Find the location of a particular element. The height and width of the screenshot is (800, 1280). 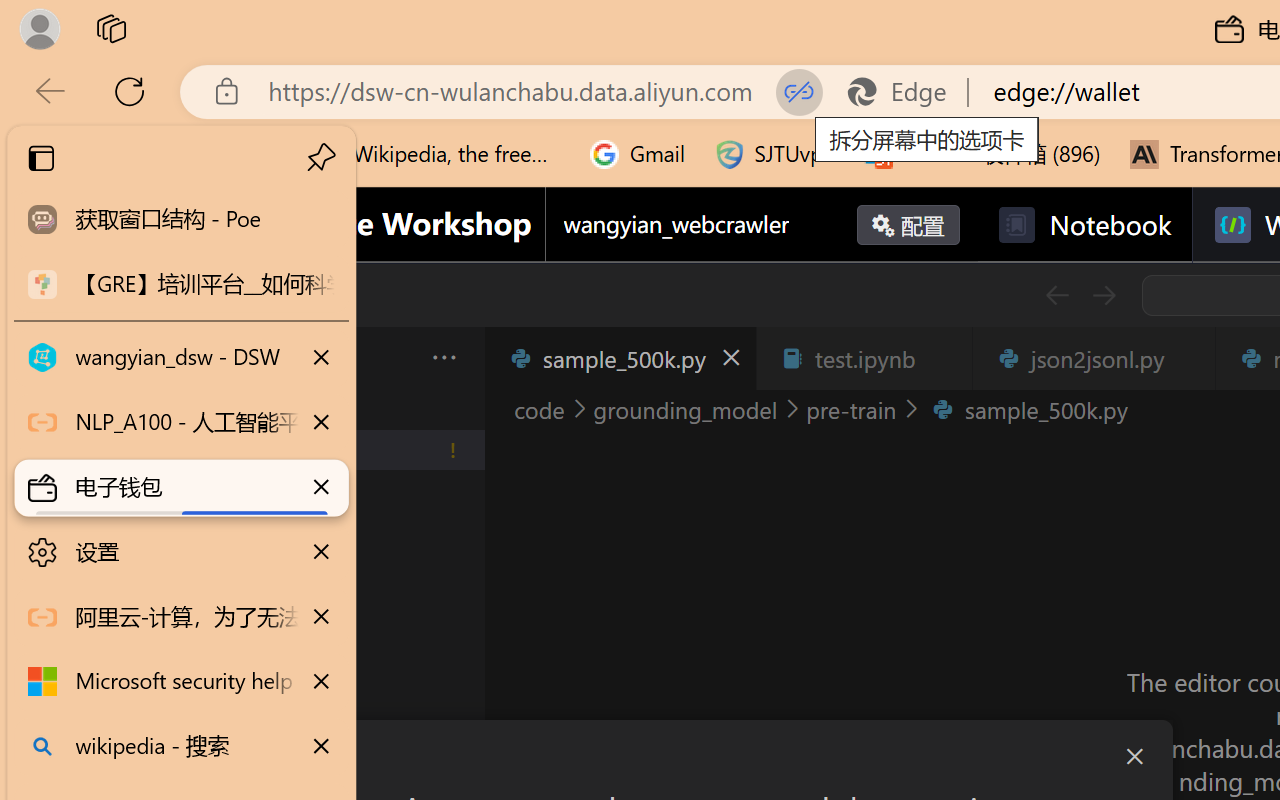

'Wikipedia, the free encyclopedia' is located at coordinates (436, 154).